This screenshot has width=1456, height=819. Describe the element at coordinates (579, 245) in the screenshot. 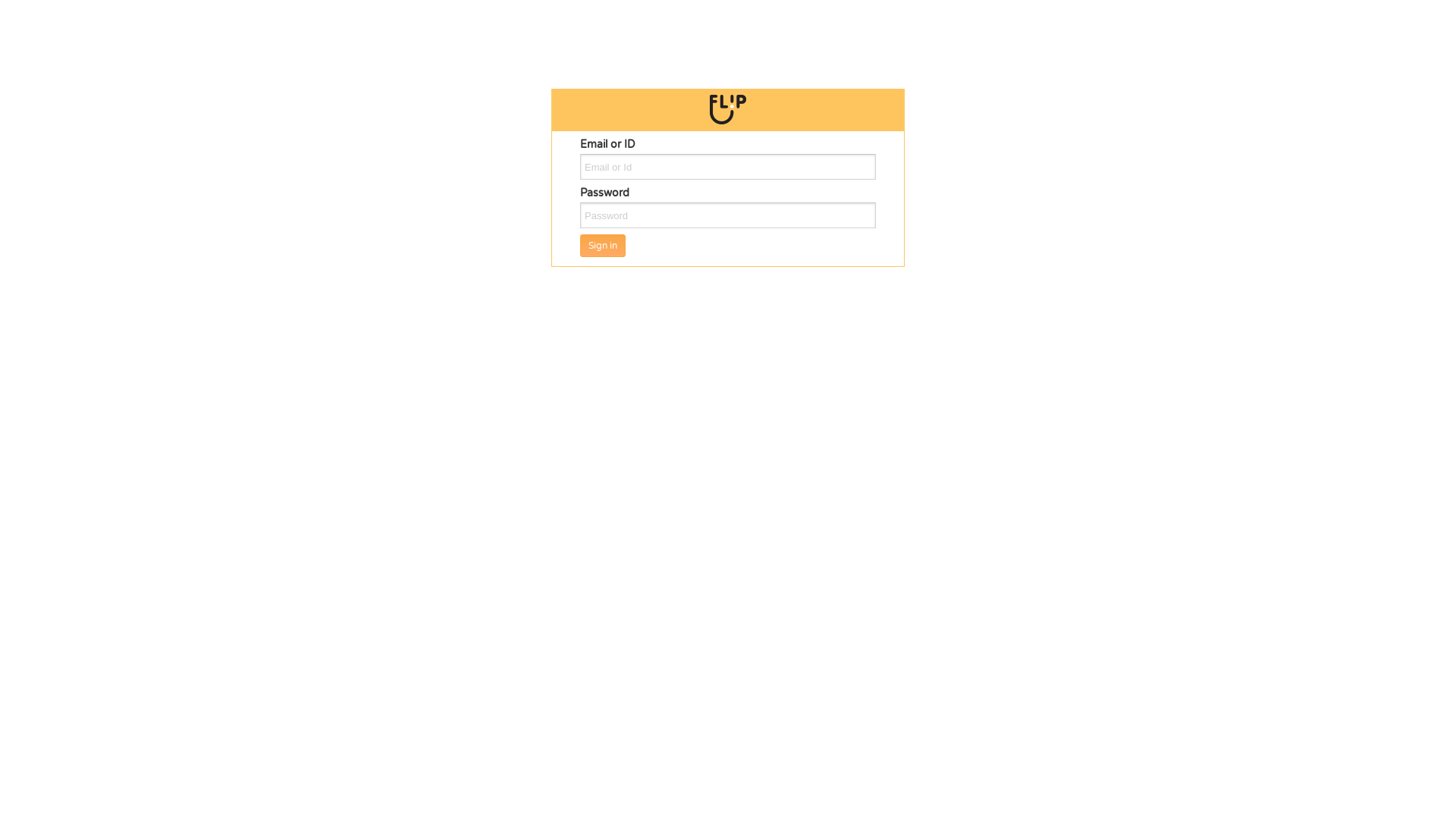

I see `'Sign in'` at that location.